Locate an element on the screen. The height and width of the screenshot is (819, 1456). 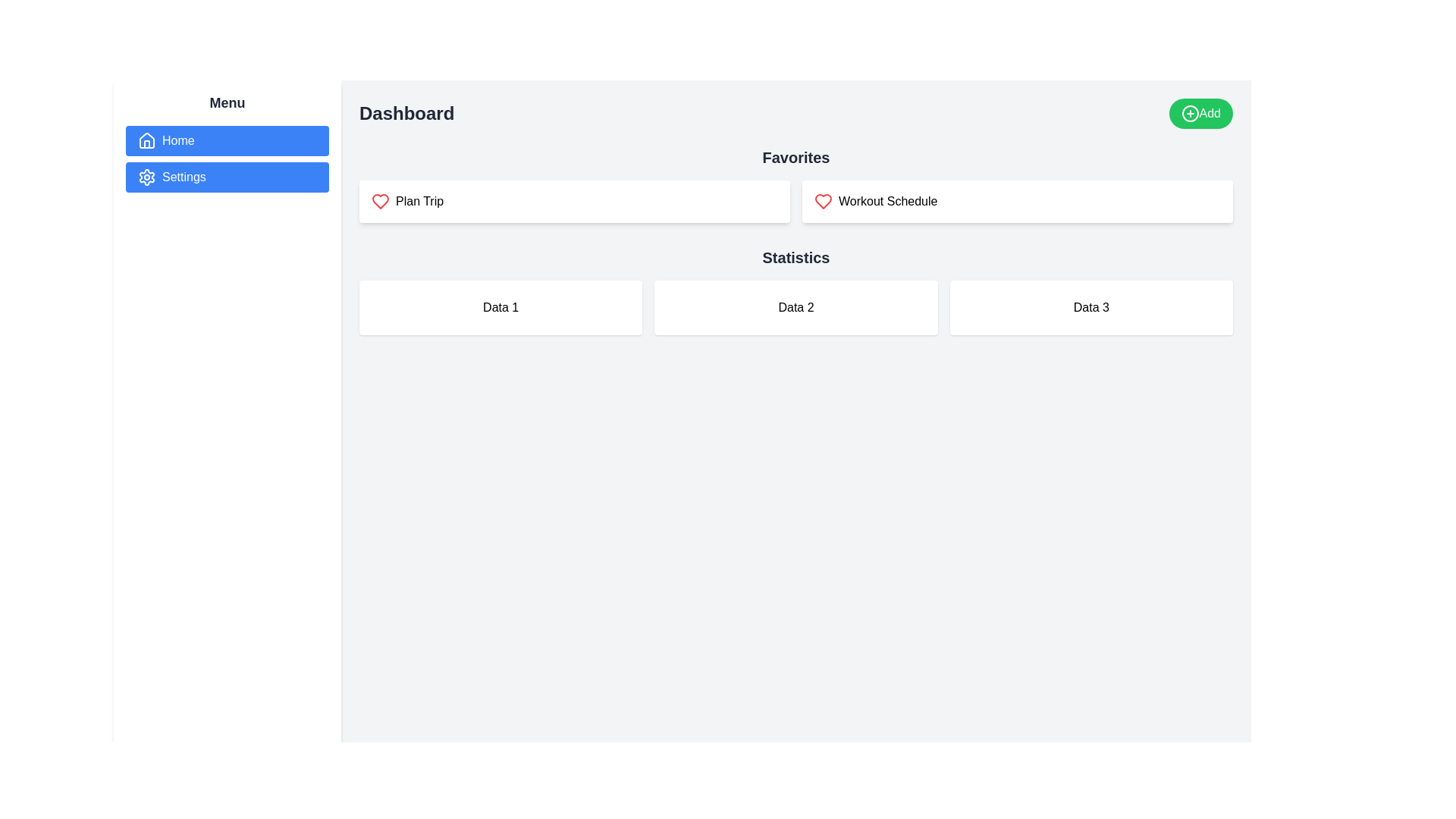
the navigational button located on the left side of the interface, which is the first item in the vertical menu list is located at coordinates (226, 140).